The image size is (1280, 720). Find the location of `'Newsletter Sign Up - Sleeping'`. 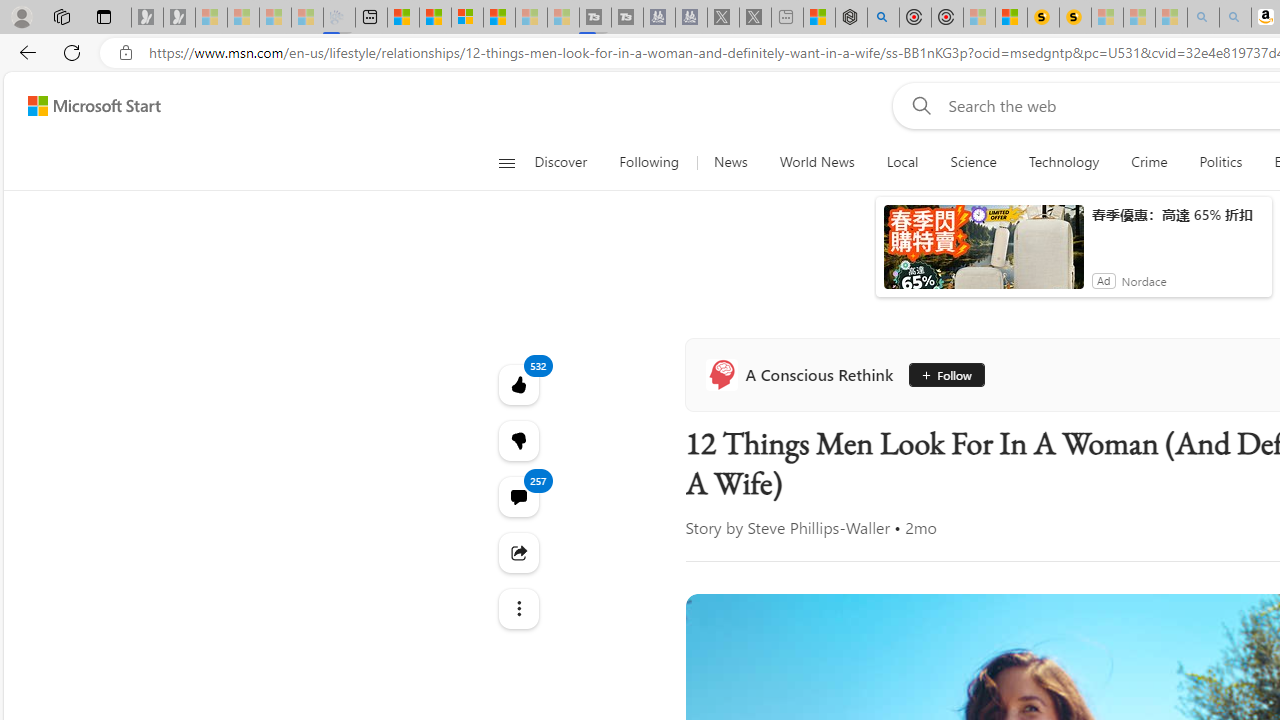

'Newsletter Sign Up - Sleeping' is located at coordinates (179, 17).